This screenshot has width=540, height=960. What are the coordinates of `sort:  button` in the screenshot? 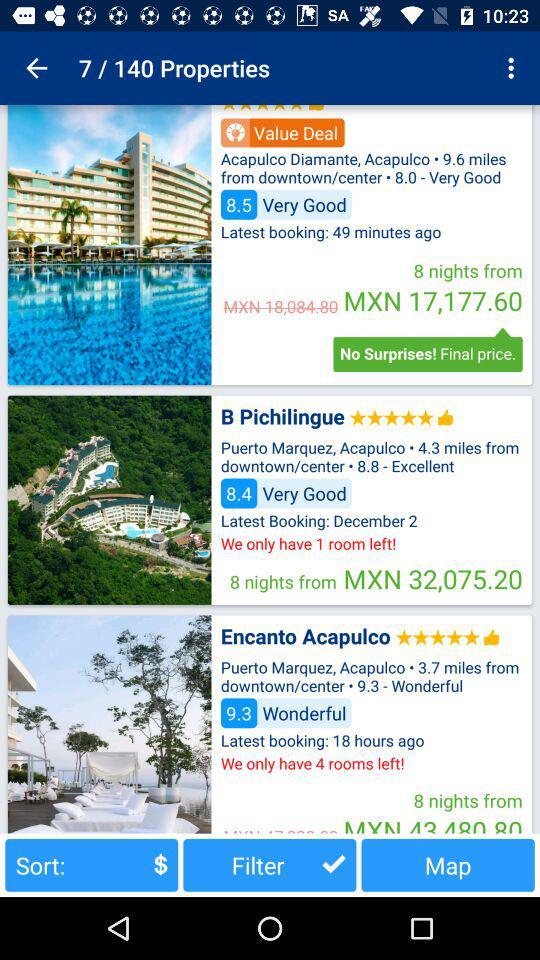 It's located at (90, 864).